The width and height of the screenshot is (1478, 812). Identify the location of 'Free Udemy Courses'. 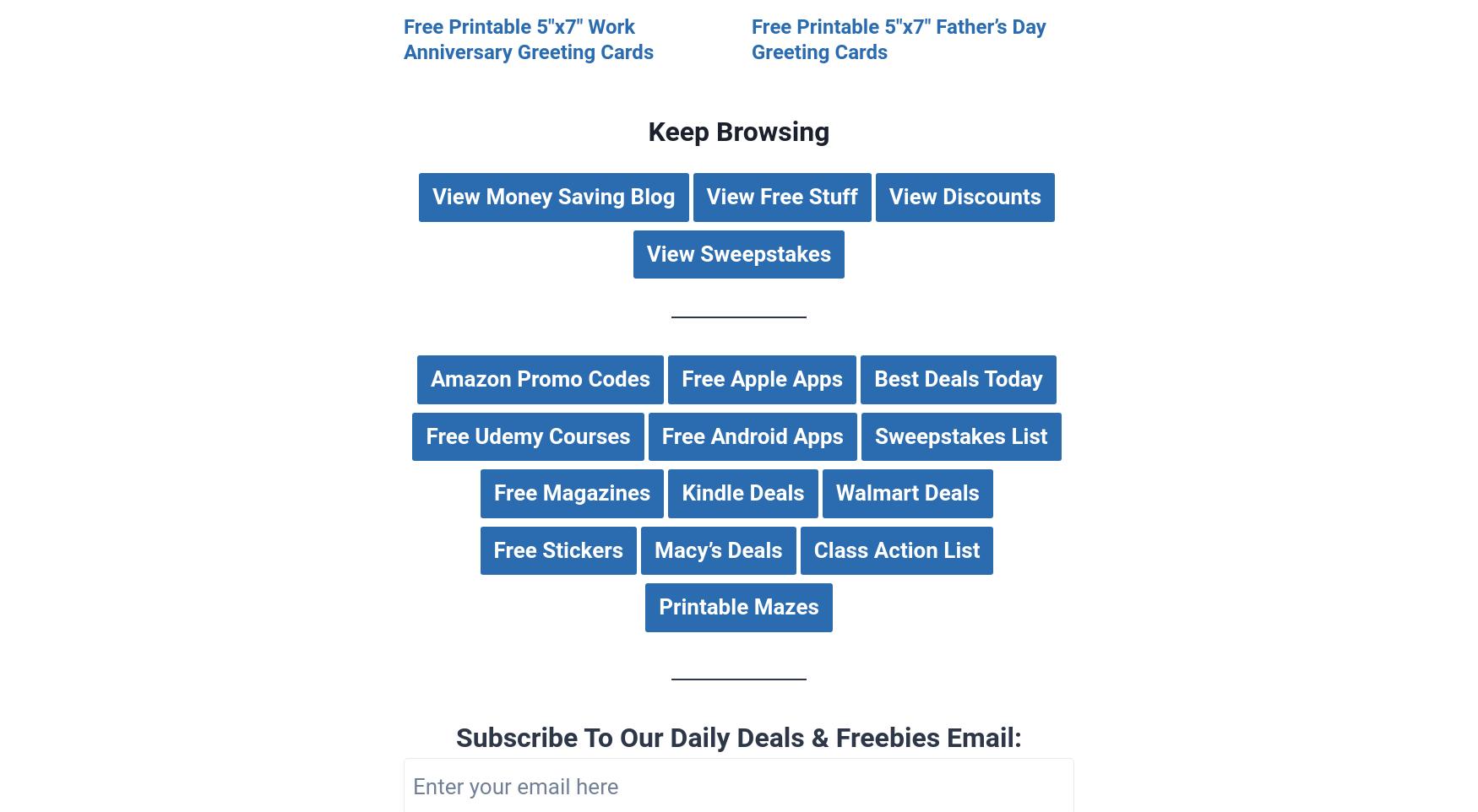
(527, 435).